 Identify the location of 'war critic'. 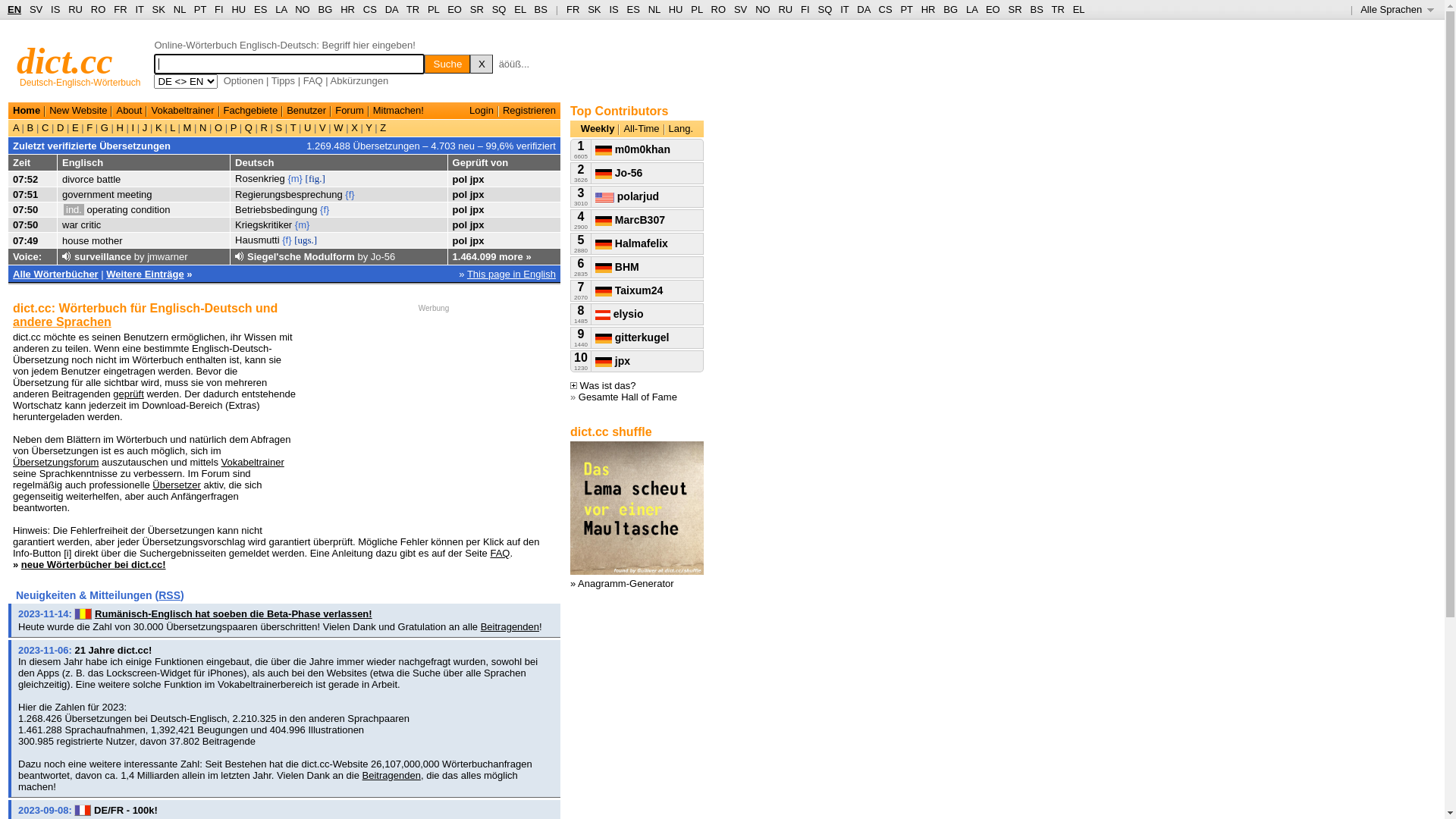
(80, 224).